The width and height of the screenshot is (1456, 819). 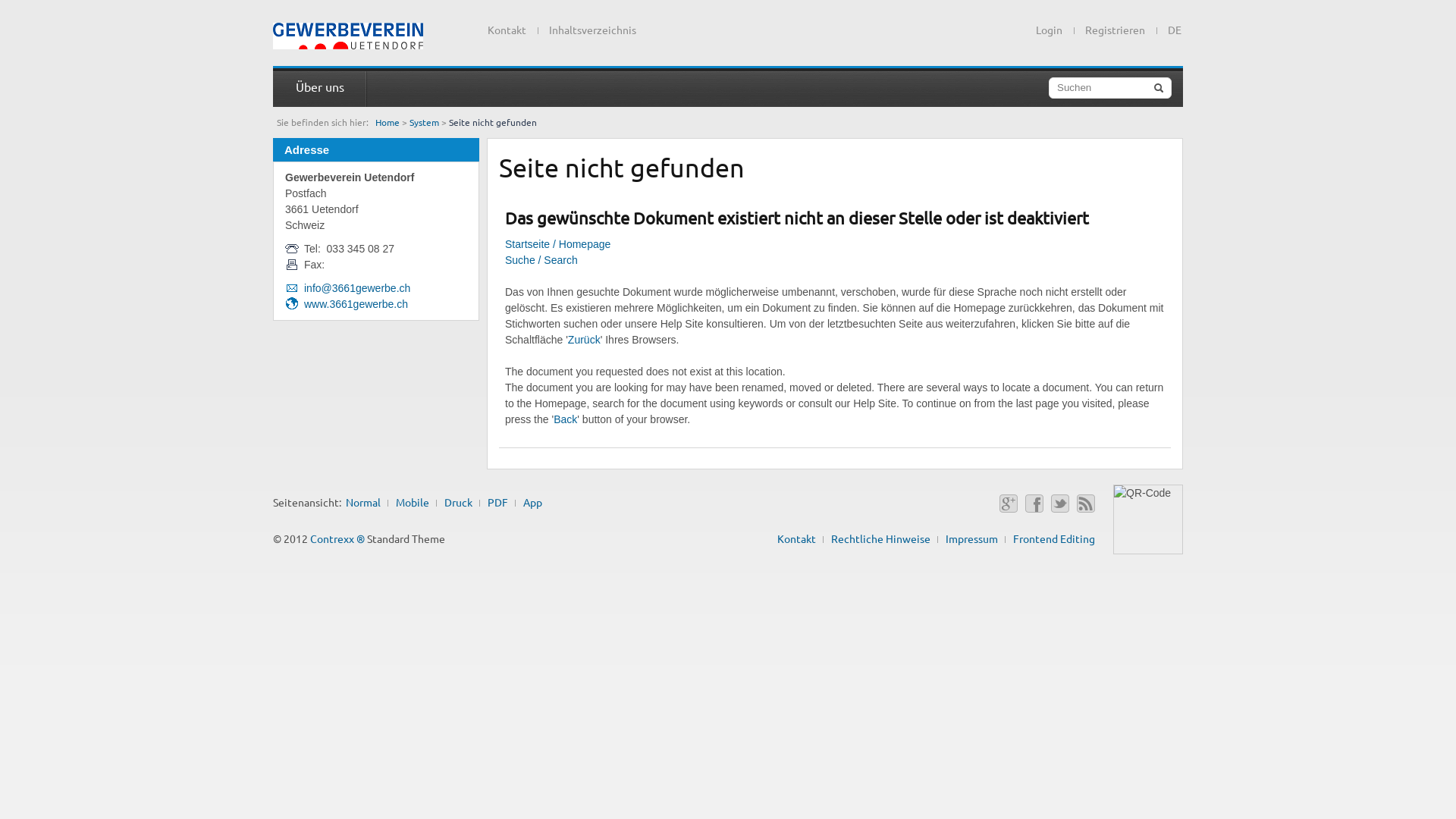 What do you see at coordinates (541, 259) in the screenshot?
I see `'Suche / Search'` at bounding box center [541, 259].